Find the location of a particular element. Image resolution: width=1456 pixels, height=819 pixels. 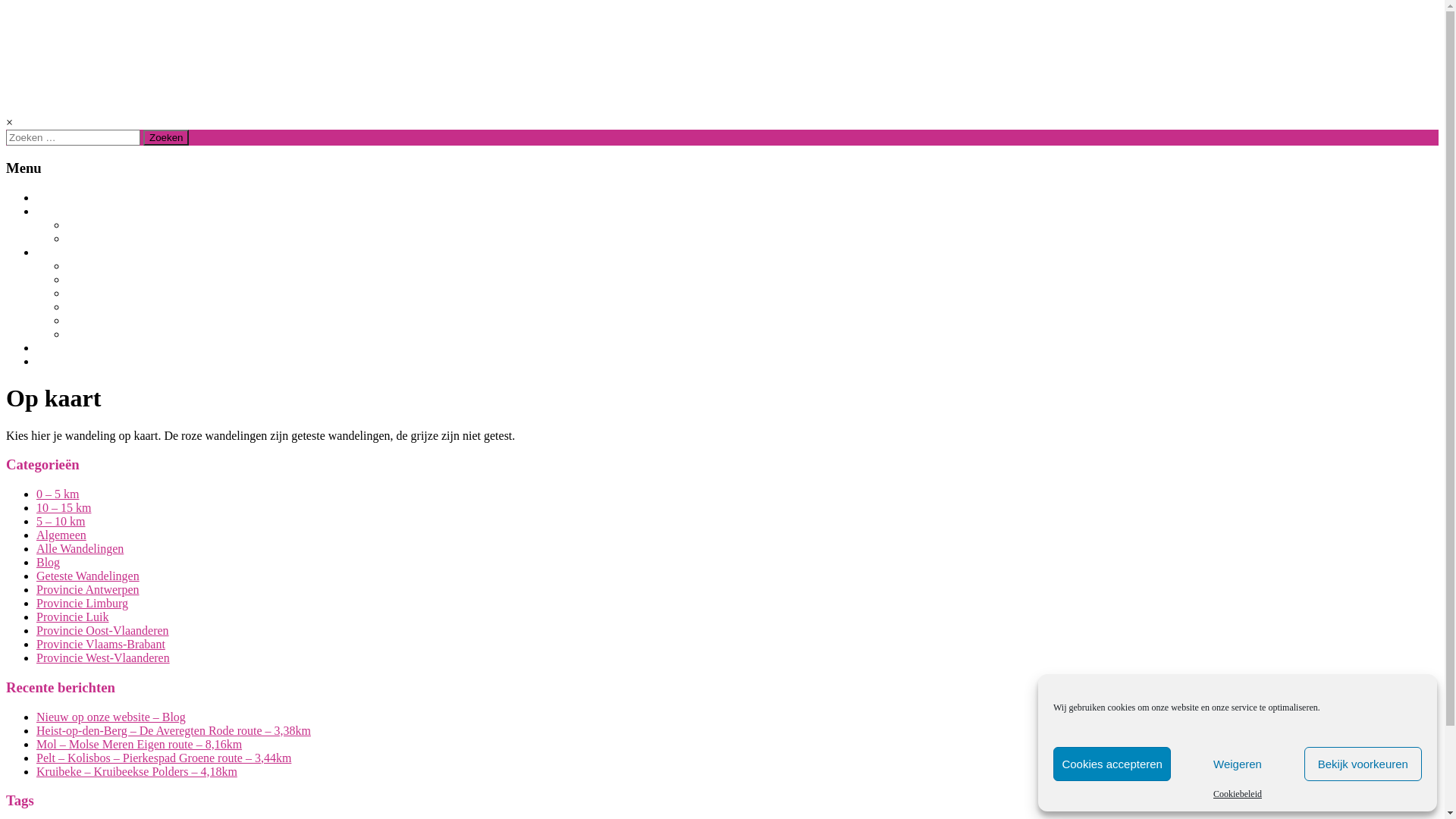

'Provincie Oost-Vlaanderen' is located at coordinates (102, 630).